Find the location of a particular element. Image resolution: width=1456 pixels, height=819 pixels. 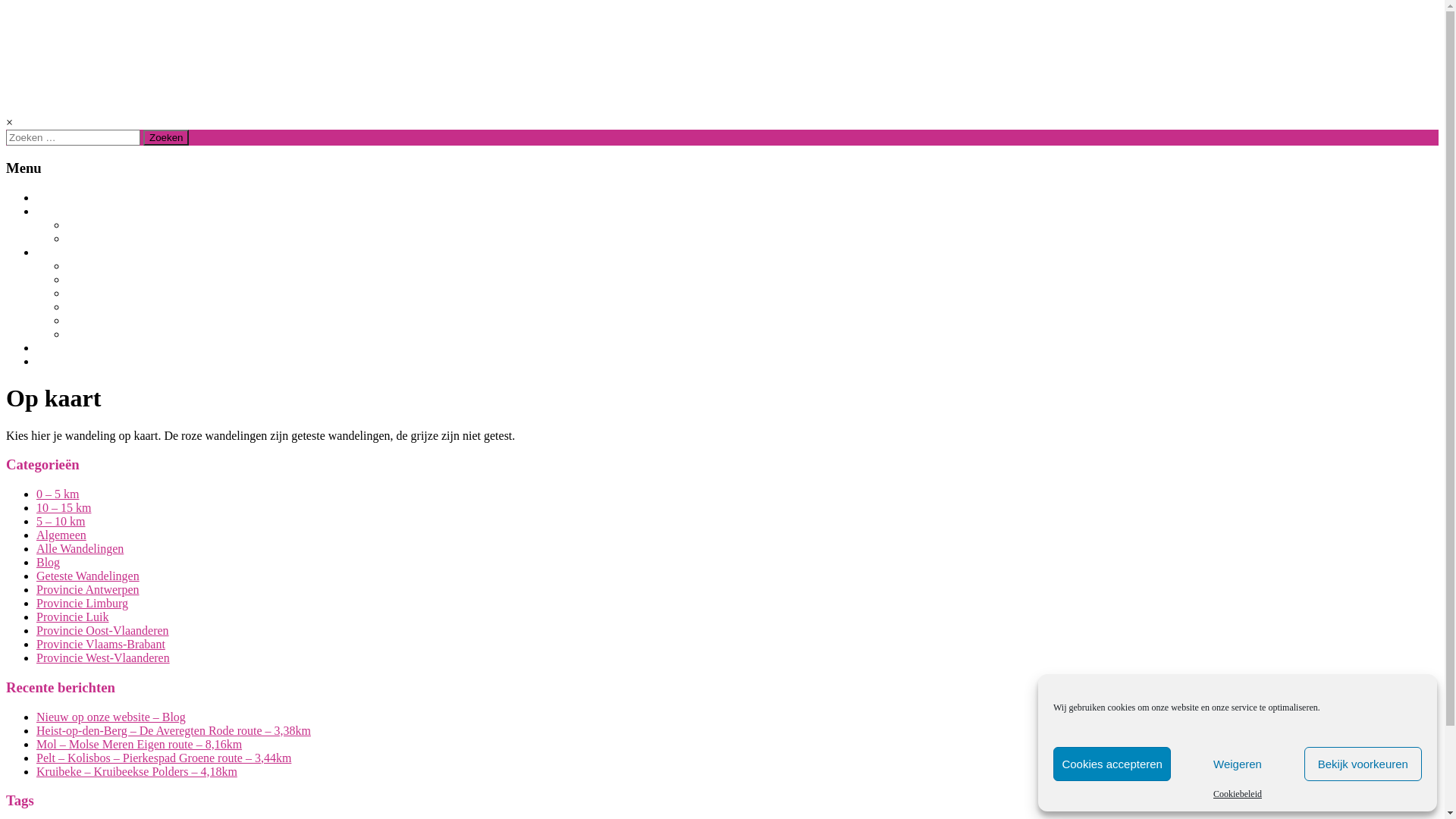

'Provincie Oost-Vlaanderen' is located at coordinates (102, 630).